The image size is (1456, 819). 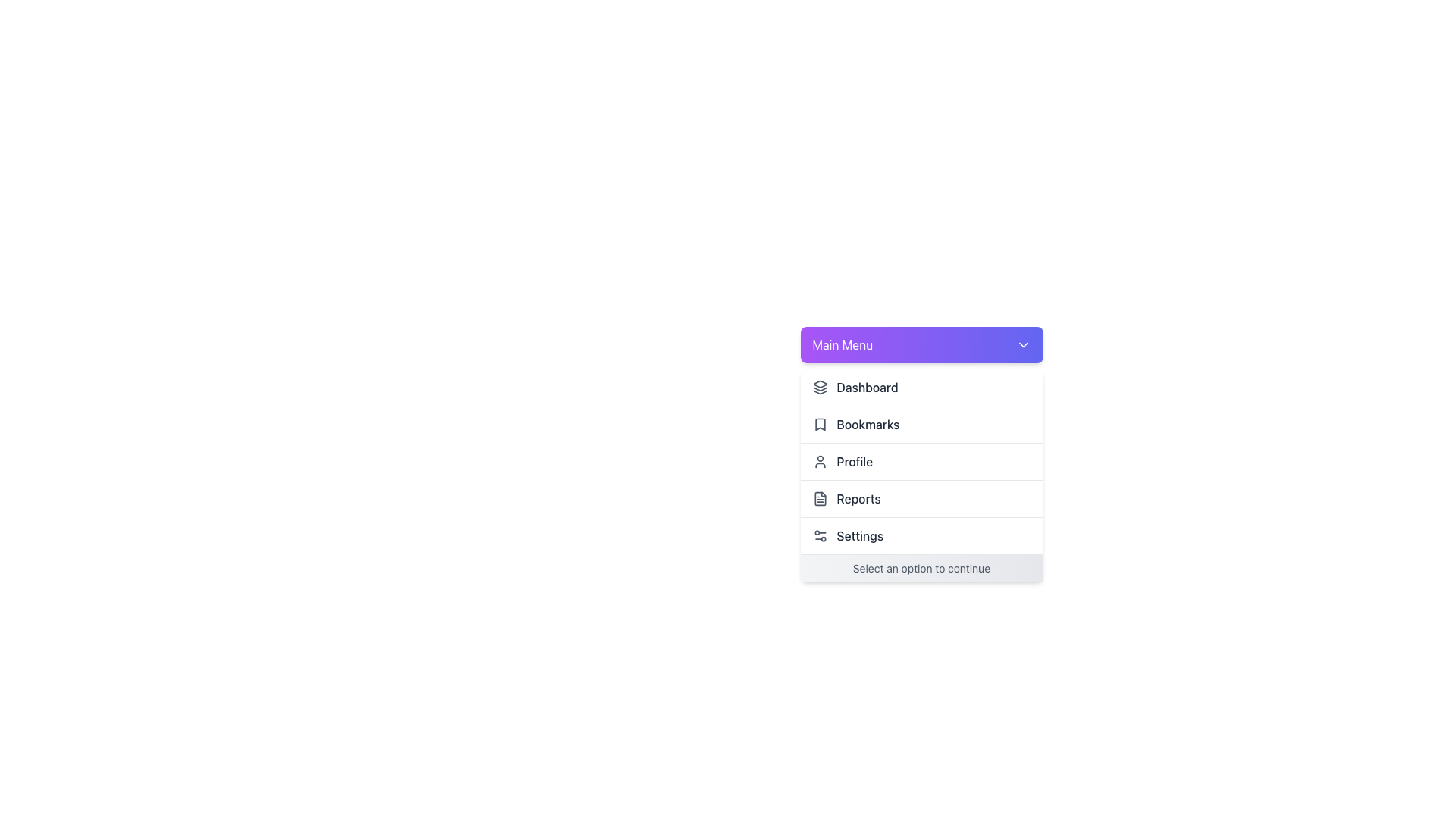 I want to click on the 'Bookmarks' text label in the navigation menu, which is styled in medium-sized gray font and positioned under the 'Dashboard' item, so click(x=868, y=424).